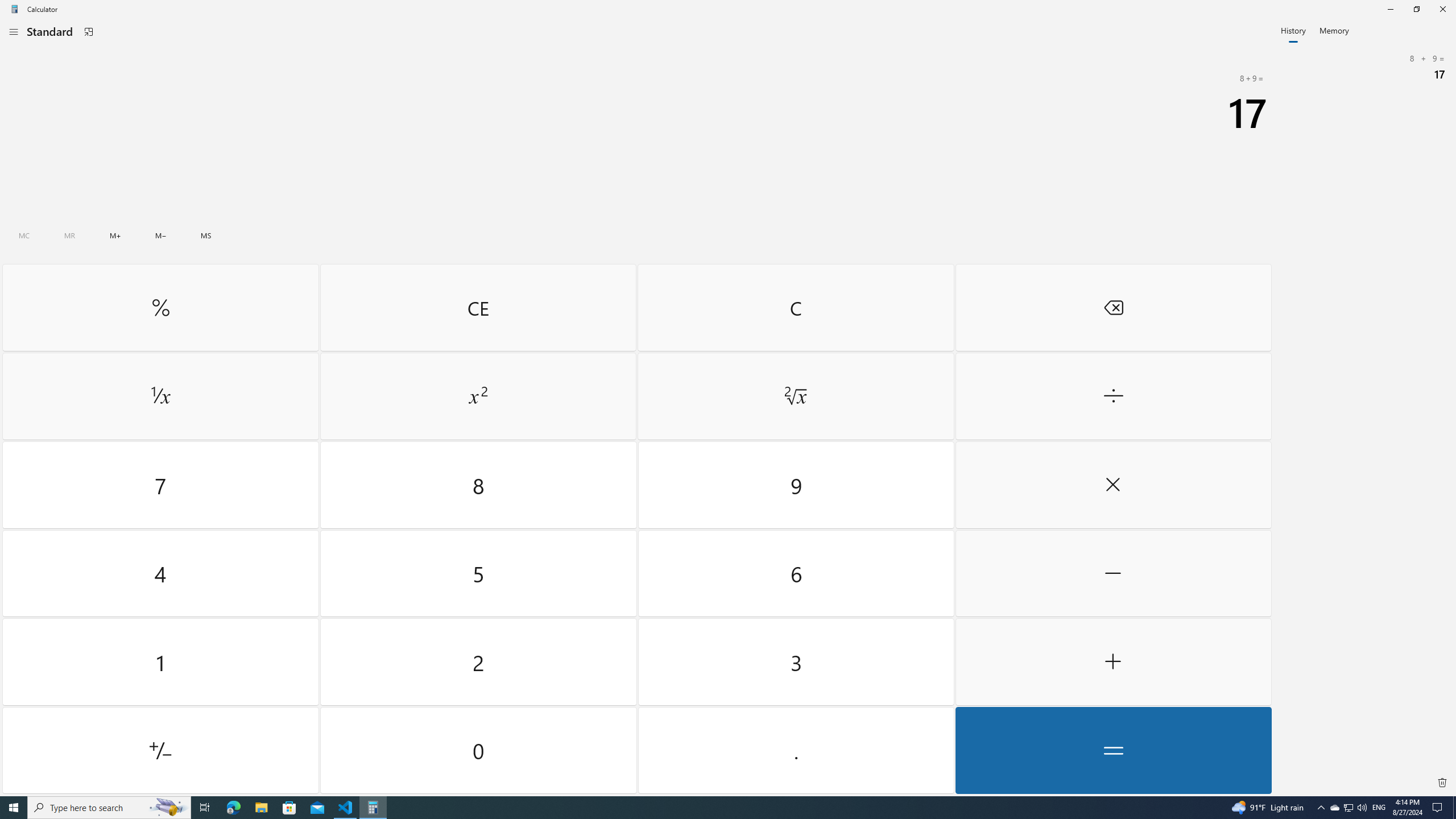 This screenshot has height=819, width=1456. What do you see at coordinates (260, 806) in the screenshot?
I see `'File Explorer'` at bounding box center [260, 806].